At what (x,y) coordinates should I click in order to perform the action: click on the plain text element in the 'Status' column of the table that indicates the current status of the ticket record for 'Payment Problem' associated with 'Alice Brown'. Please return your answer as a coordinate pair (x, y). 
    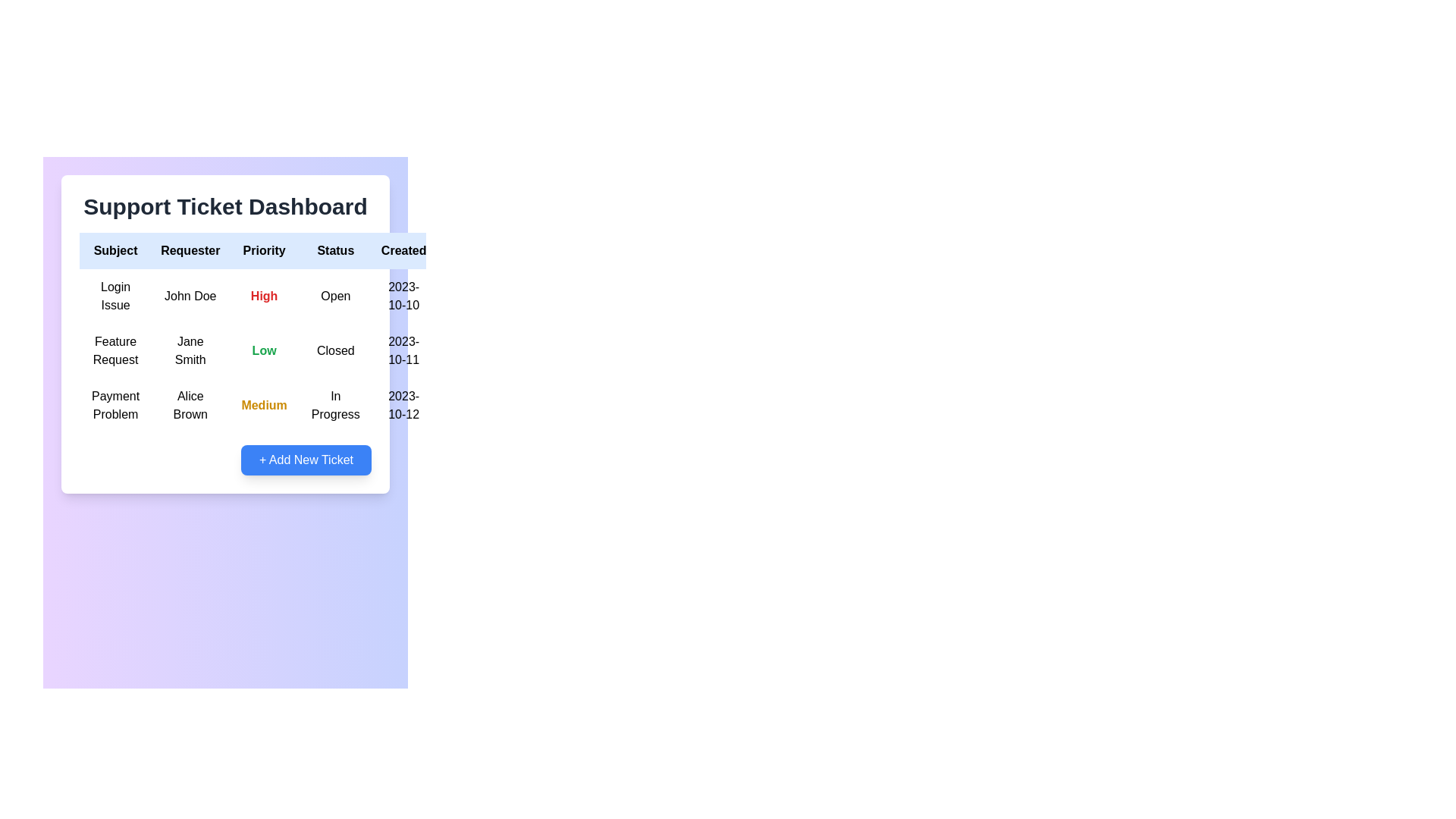
    Looking at the image, I should click on (334, 405).